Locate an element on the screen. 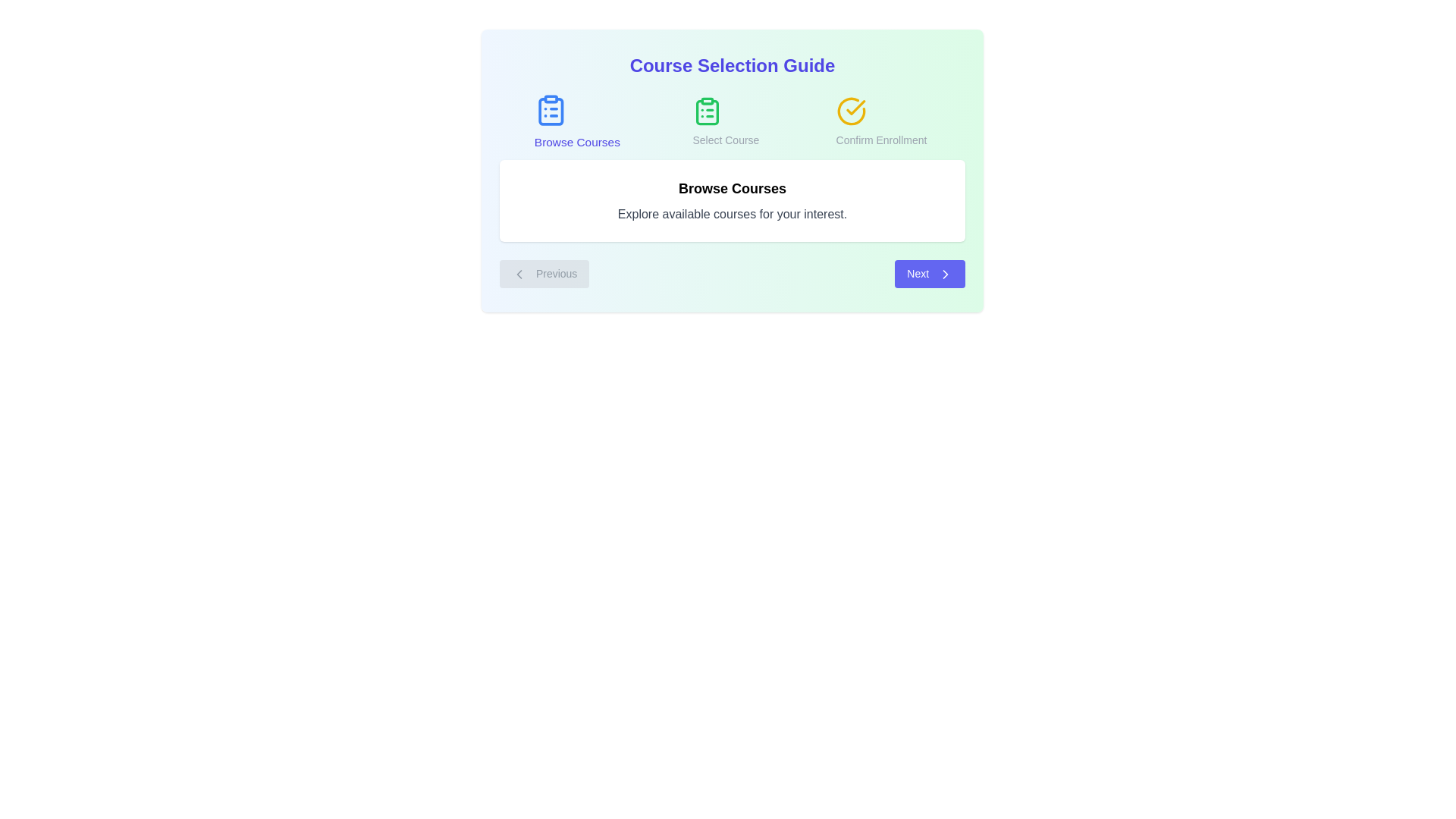 The image size is (1456, 819). the step titled 'Browse Courses' by clicking on its icon or title is located at coordinates (576, 121).